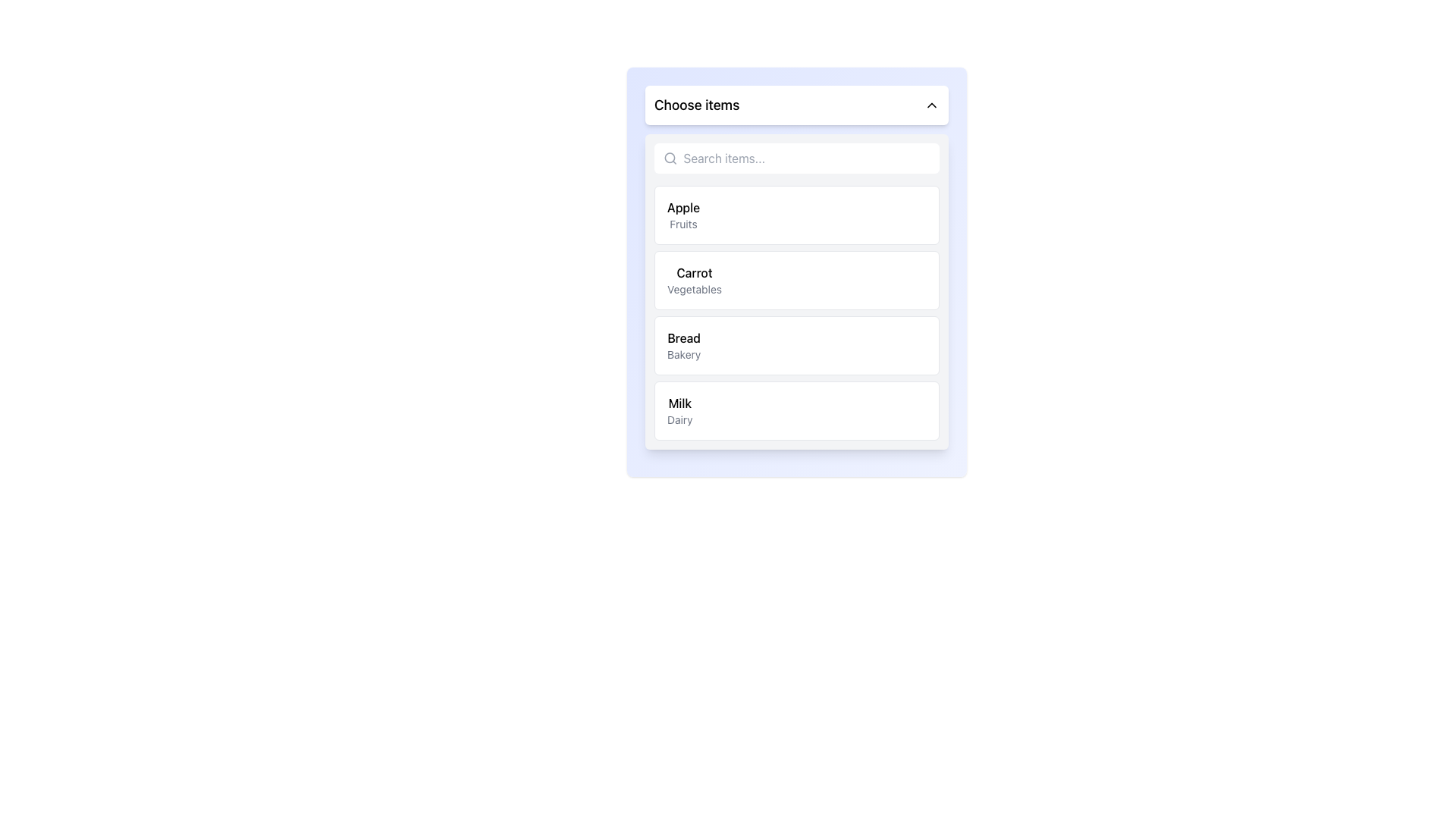 The image size is (1456, 819). What do you see at coordinates (683, 345) in the screenshot?
I see `text content of the label displaying 'Bread' categorized under 'Bakery', which is the third item in a vertical list within a modal` at bounding box center [683, 345].